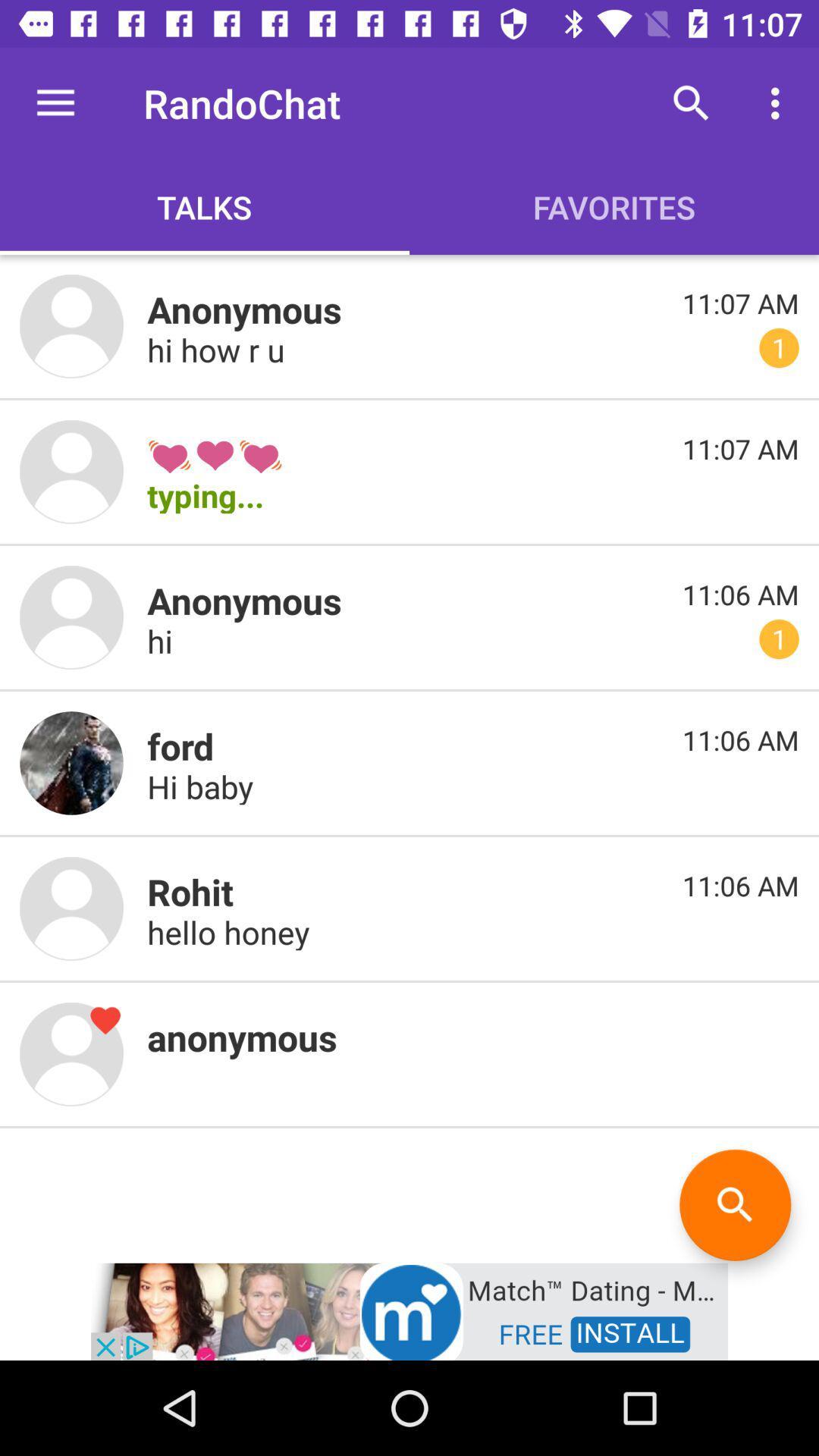  What do you see at coordinates (409, 1310) in the screenshot?
I see `open advertisement` at bounding box center [409, 1310].